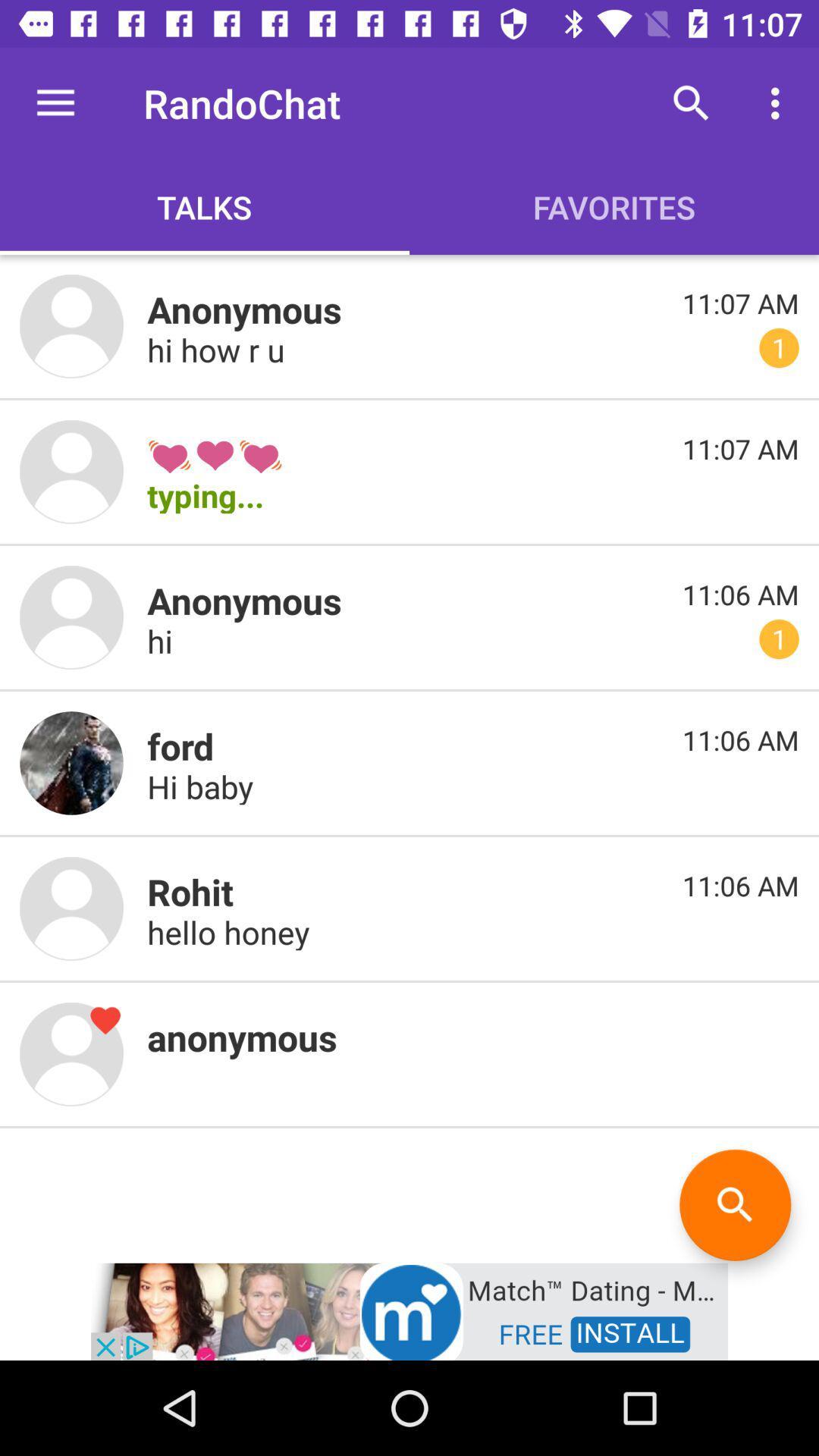  What do you see at coordinates (409, 1310) in the screenshot?
I see `open advertisement` at bounding box center [409, 1310].